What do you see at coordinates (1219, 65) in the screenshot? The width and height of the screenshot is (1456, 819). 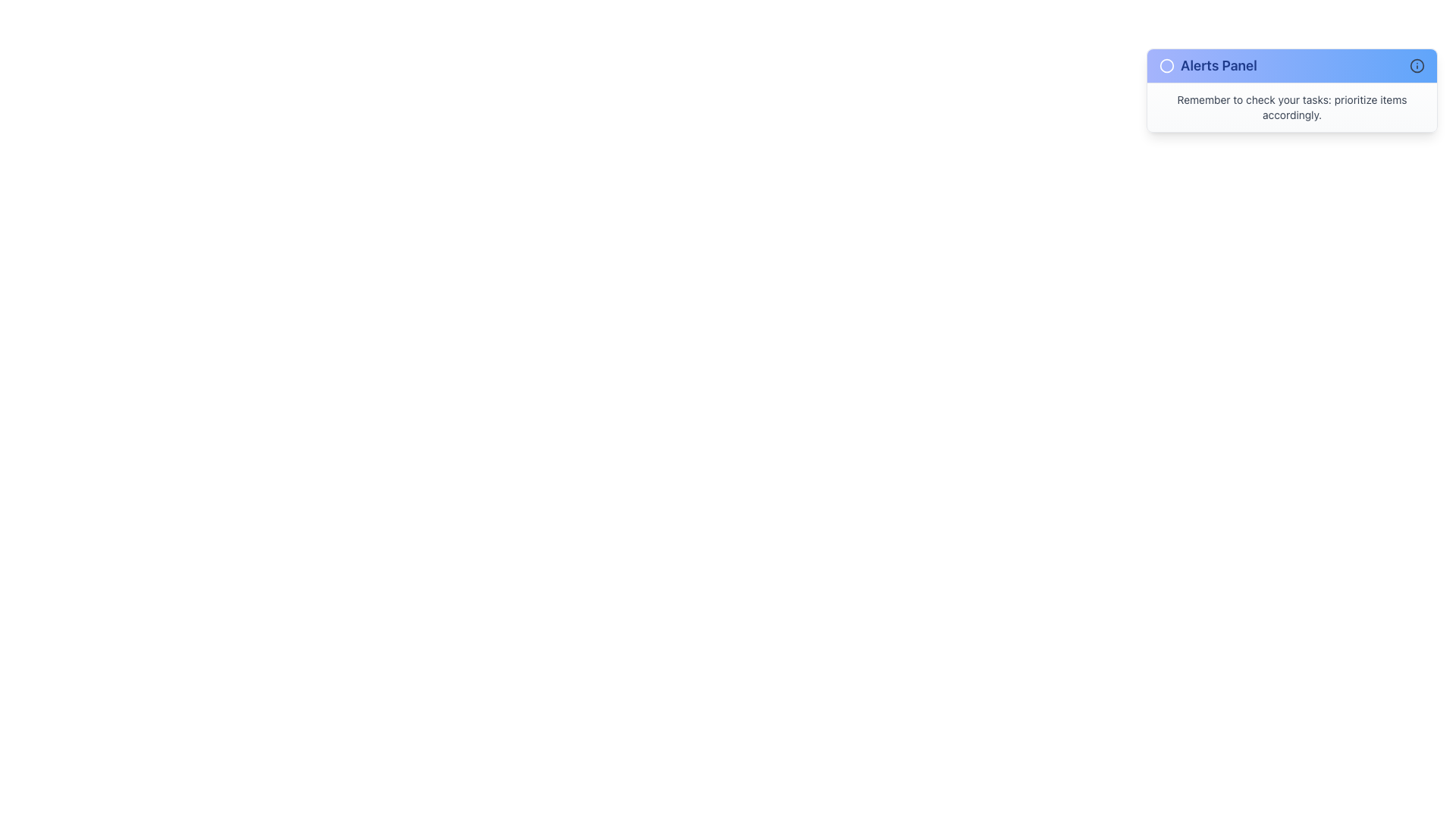 I see `the Text Label that serves as the header for the Alerts Panel, positioned to the right of a circular icon graphic` at bounding box center [1219, 65].